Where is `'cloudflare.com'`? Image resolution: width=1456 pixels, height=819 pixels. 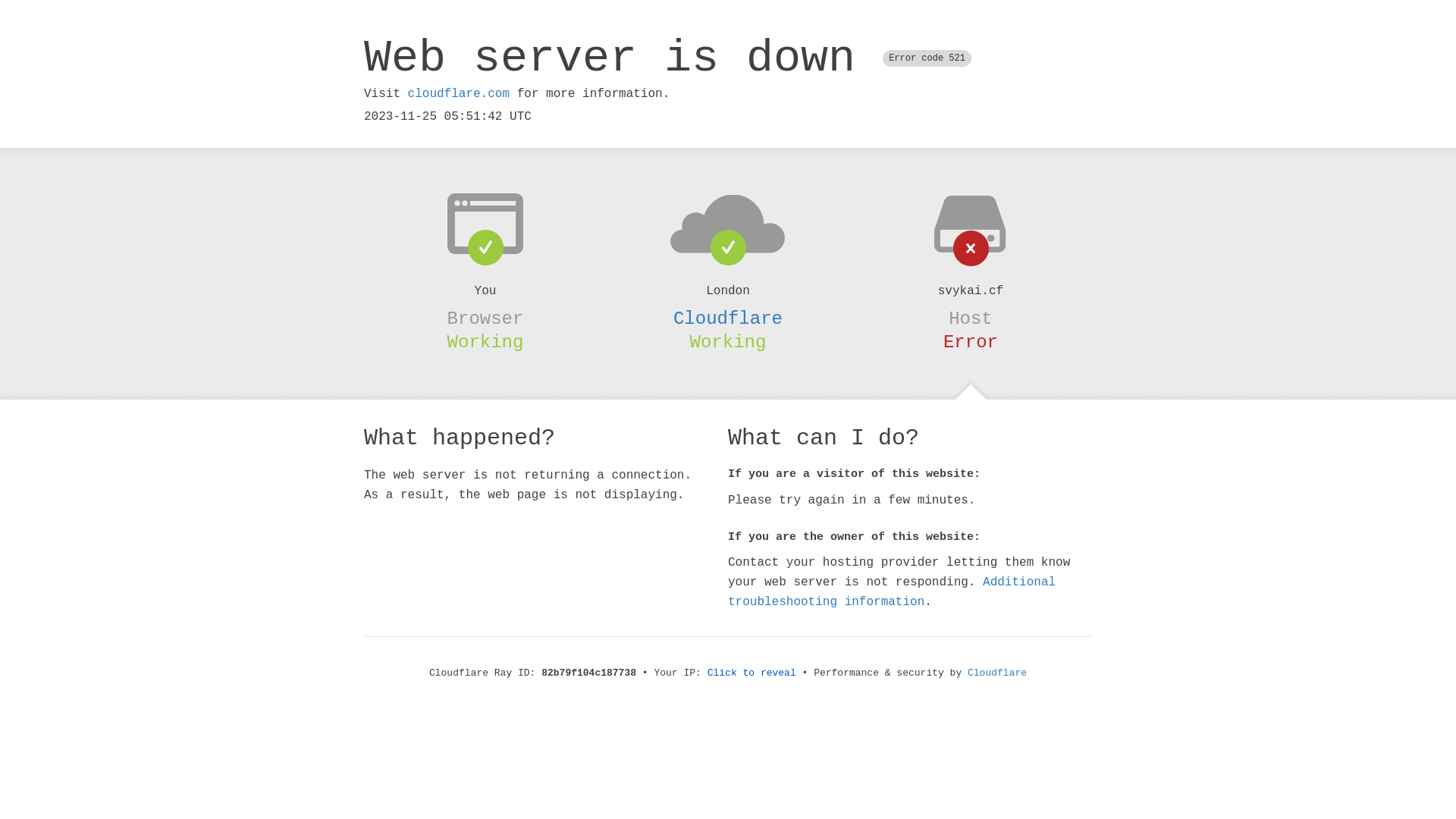
'cloudflare.com' is located at coordinates (407, 93).